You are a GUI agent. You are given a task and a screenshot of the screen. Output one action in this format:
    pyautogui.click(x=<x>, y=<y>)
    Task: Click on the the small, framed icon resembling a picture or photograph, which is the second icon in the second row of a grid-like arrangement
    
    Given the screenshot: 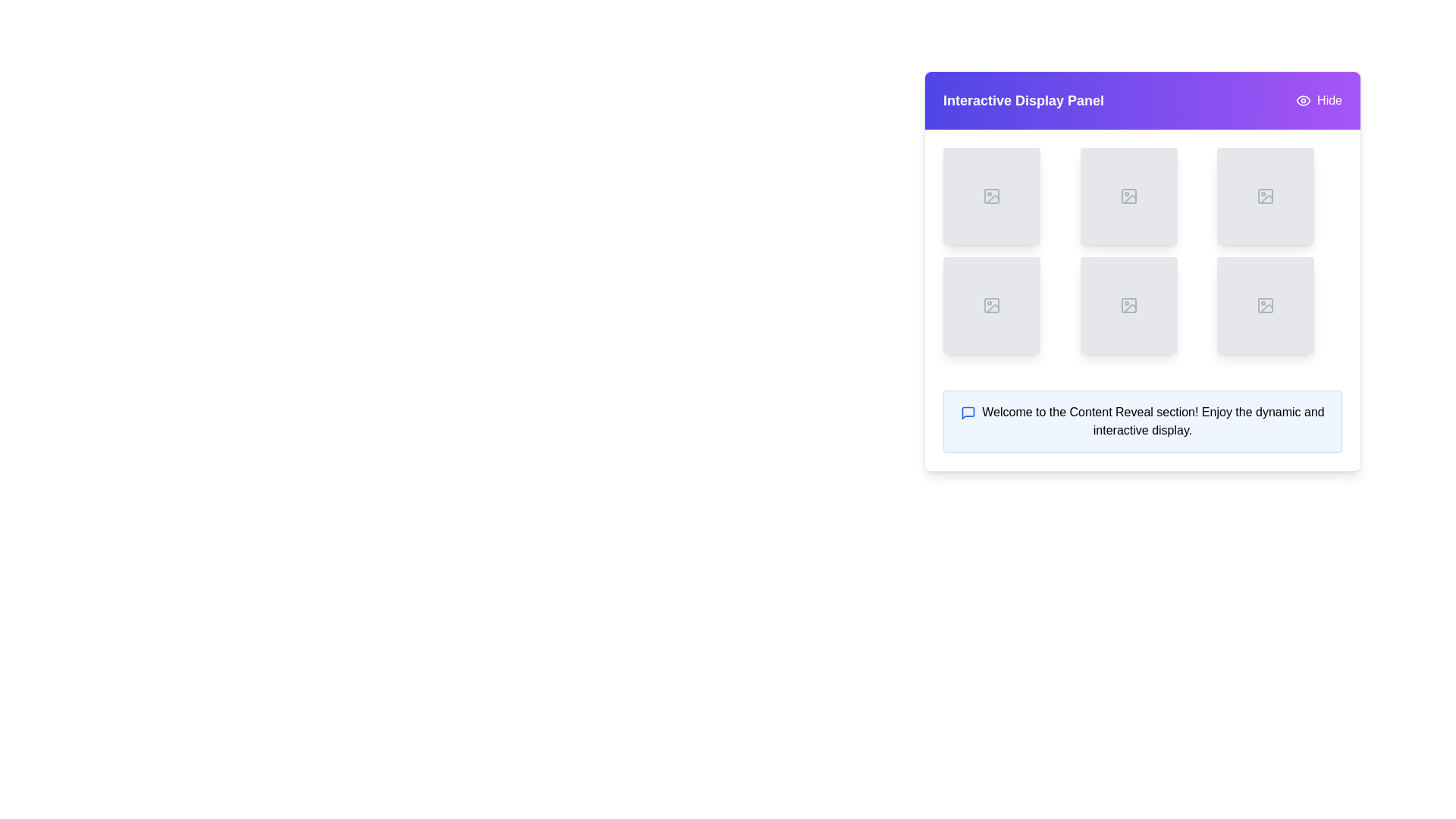 What is the action you would take?
    pyautogui.click(x=992, y=305)
    